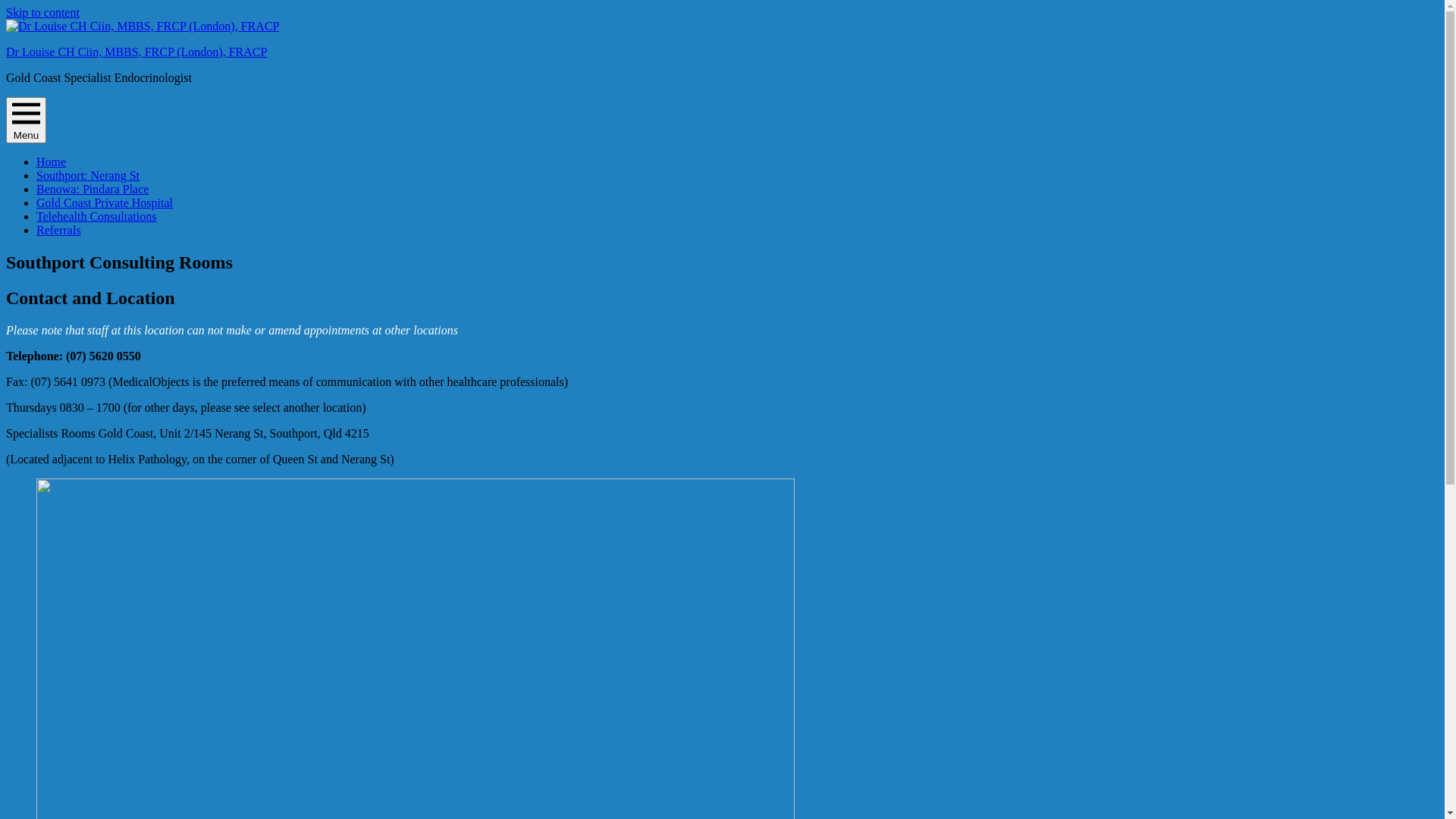  Describe the element at coordinates (36, 202) in the screenshot. I see `'Gold Coast Private Hospital'` at that location.